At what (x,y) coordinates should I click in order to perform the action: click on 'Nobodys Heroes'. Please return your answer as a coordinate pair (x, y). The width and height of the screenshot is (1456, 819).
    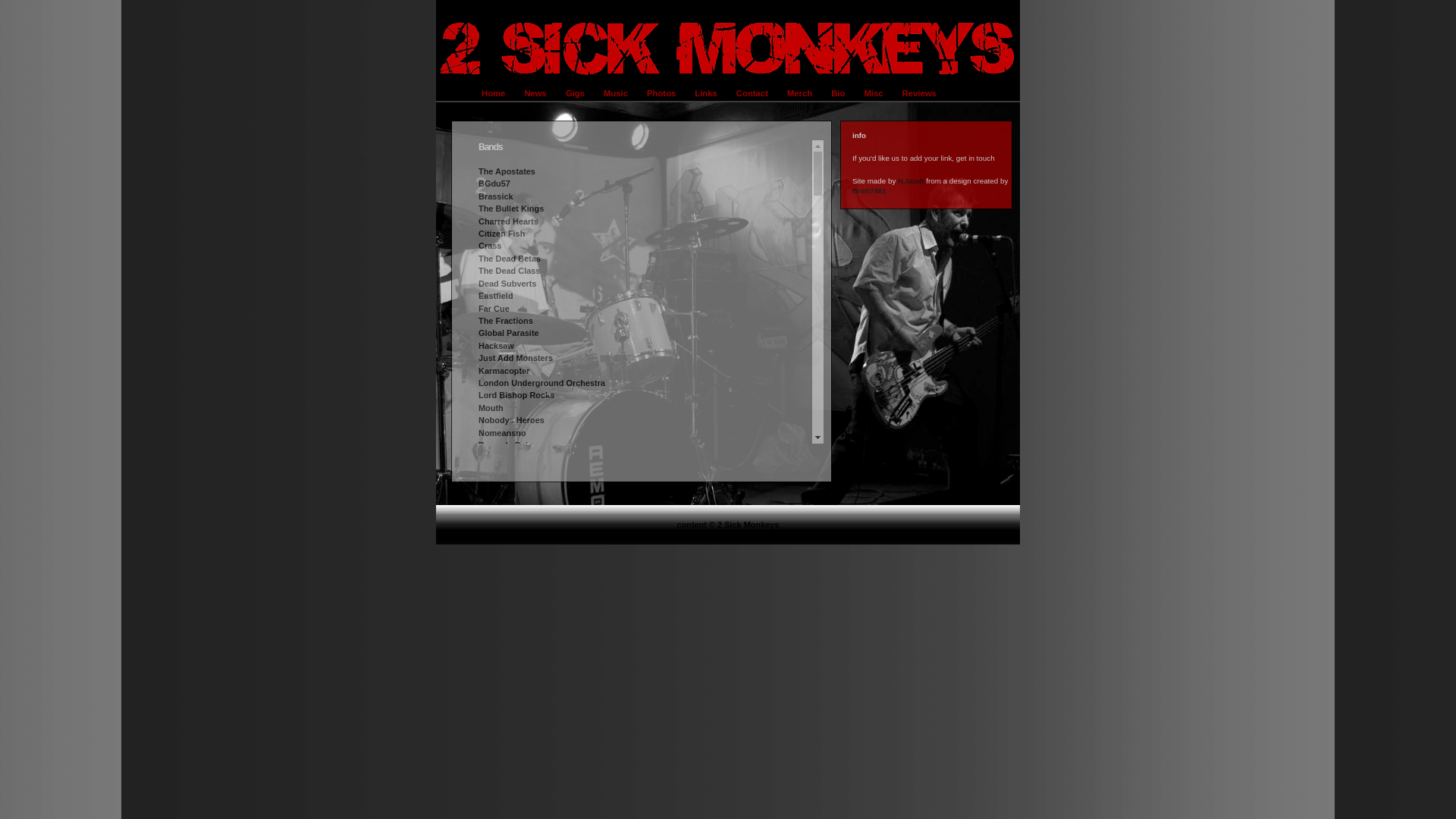
    Looking at the image, I should click on (511, 420).